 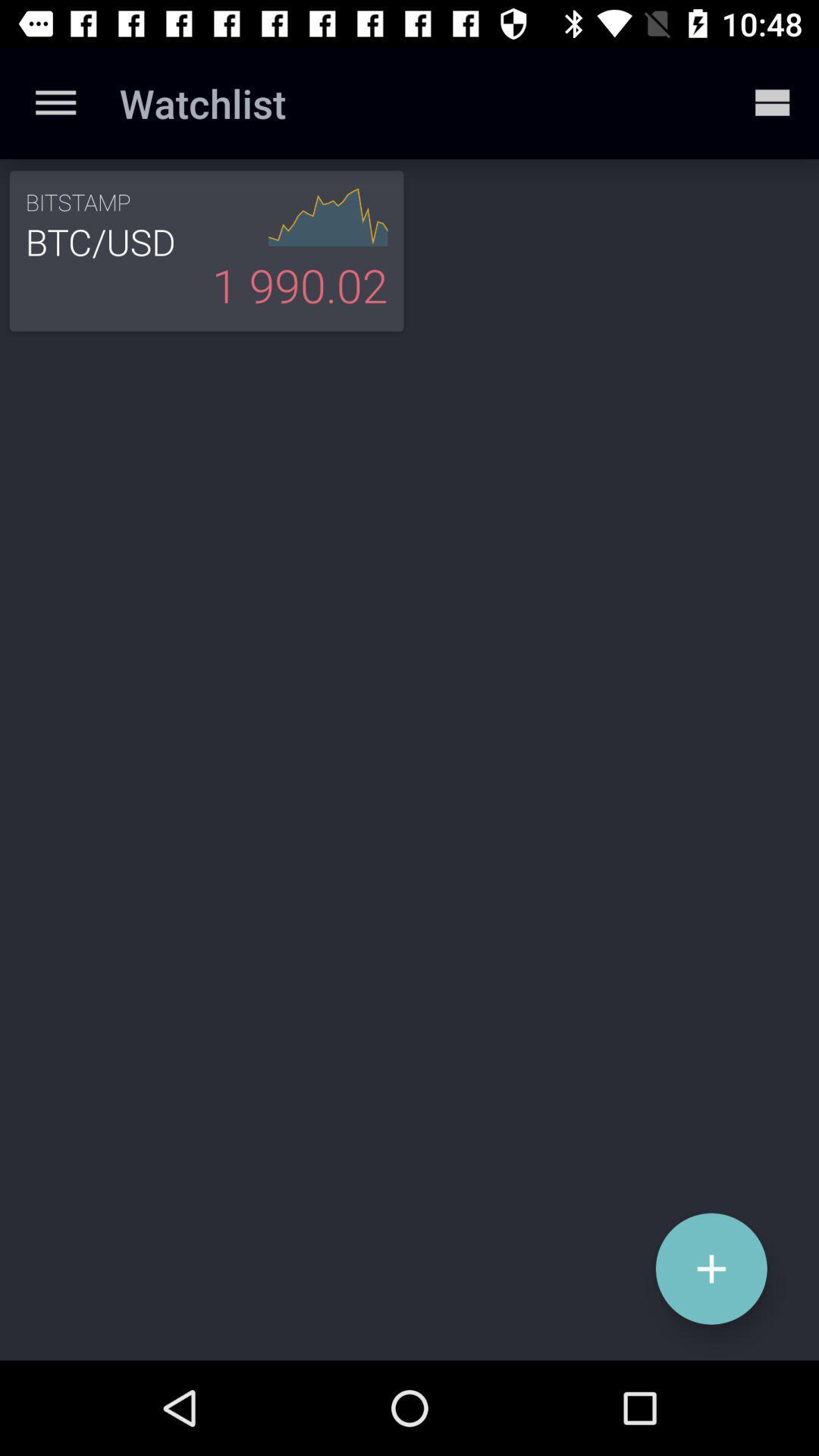 I want to click on item next to the watchlist, so click(x=771, y=102).